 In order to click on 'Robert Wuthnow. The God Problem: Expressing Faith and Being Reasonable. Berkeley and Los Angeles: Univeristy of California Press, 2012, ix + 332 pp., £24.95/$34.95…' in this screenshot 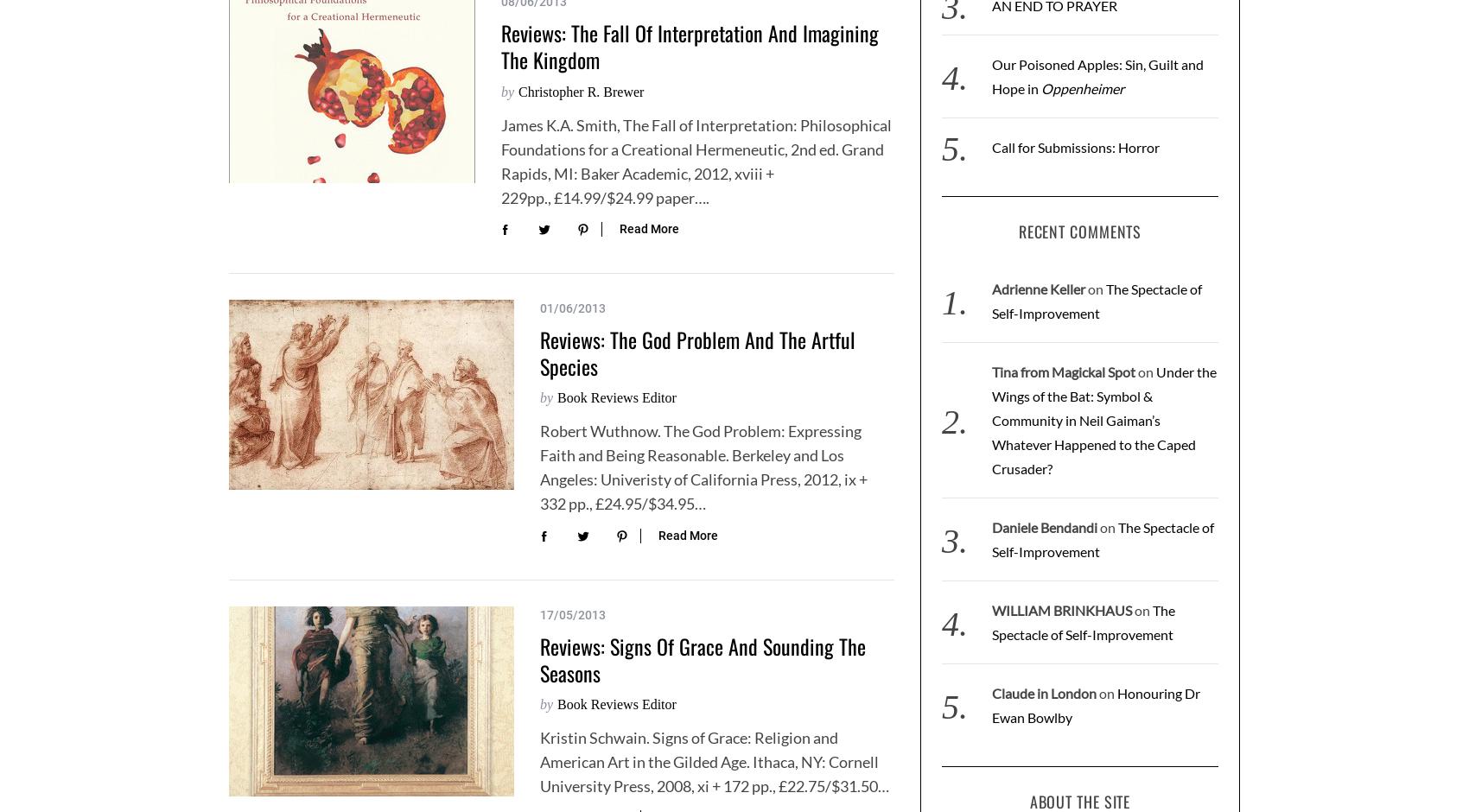, I will do `click(538, 466)`.